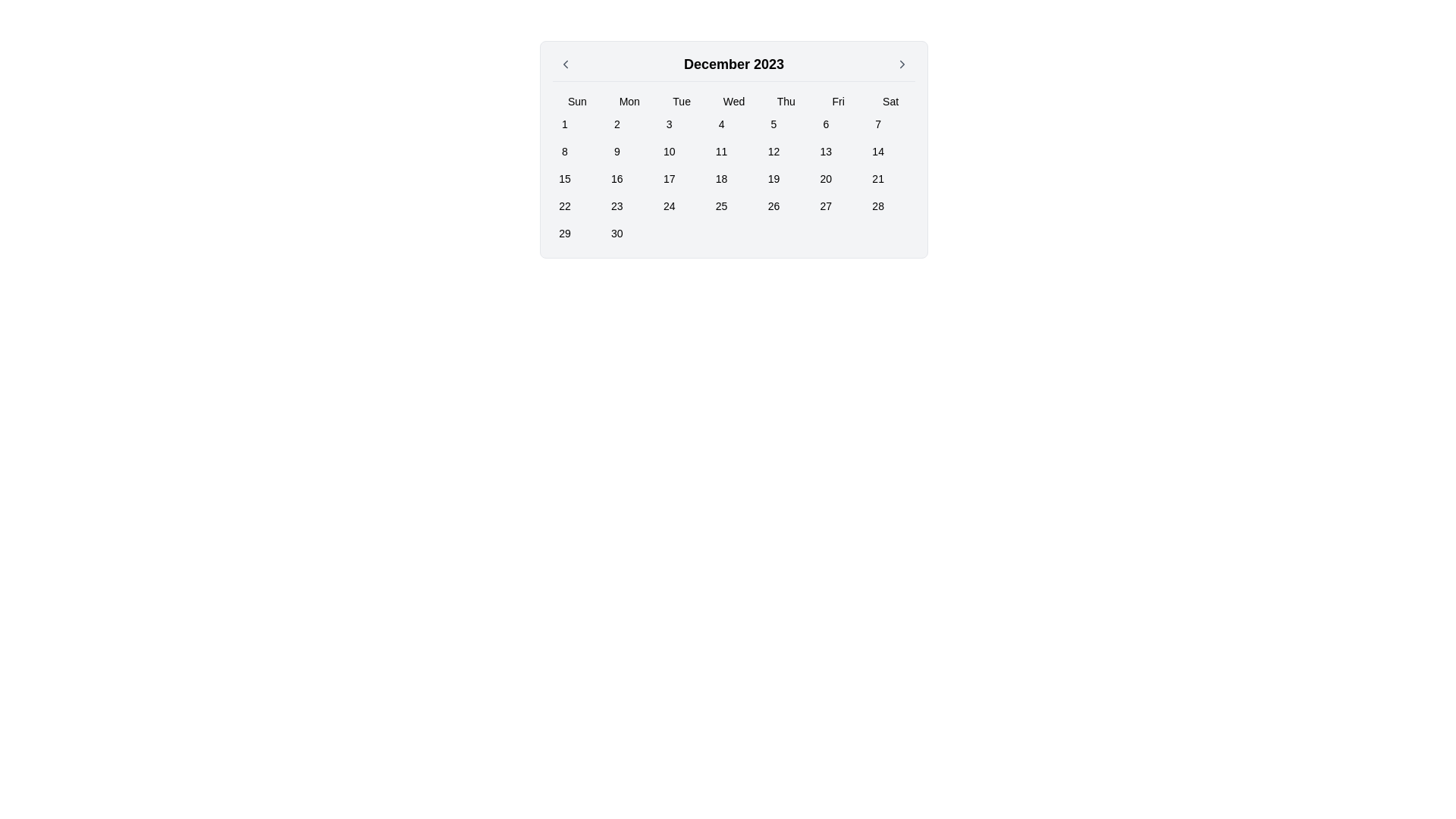  What do you see at coordinates (668, 206) in the screenshot?
I see `the button representing the date '24' in the December 2023 calendar` at bounding box center [668, 206].